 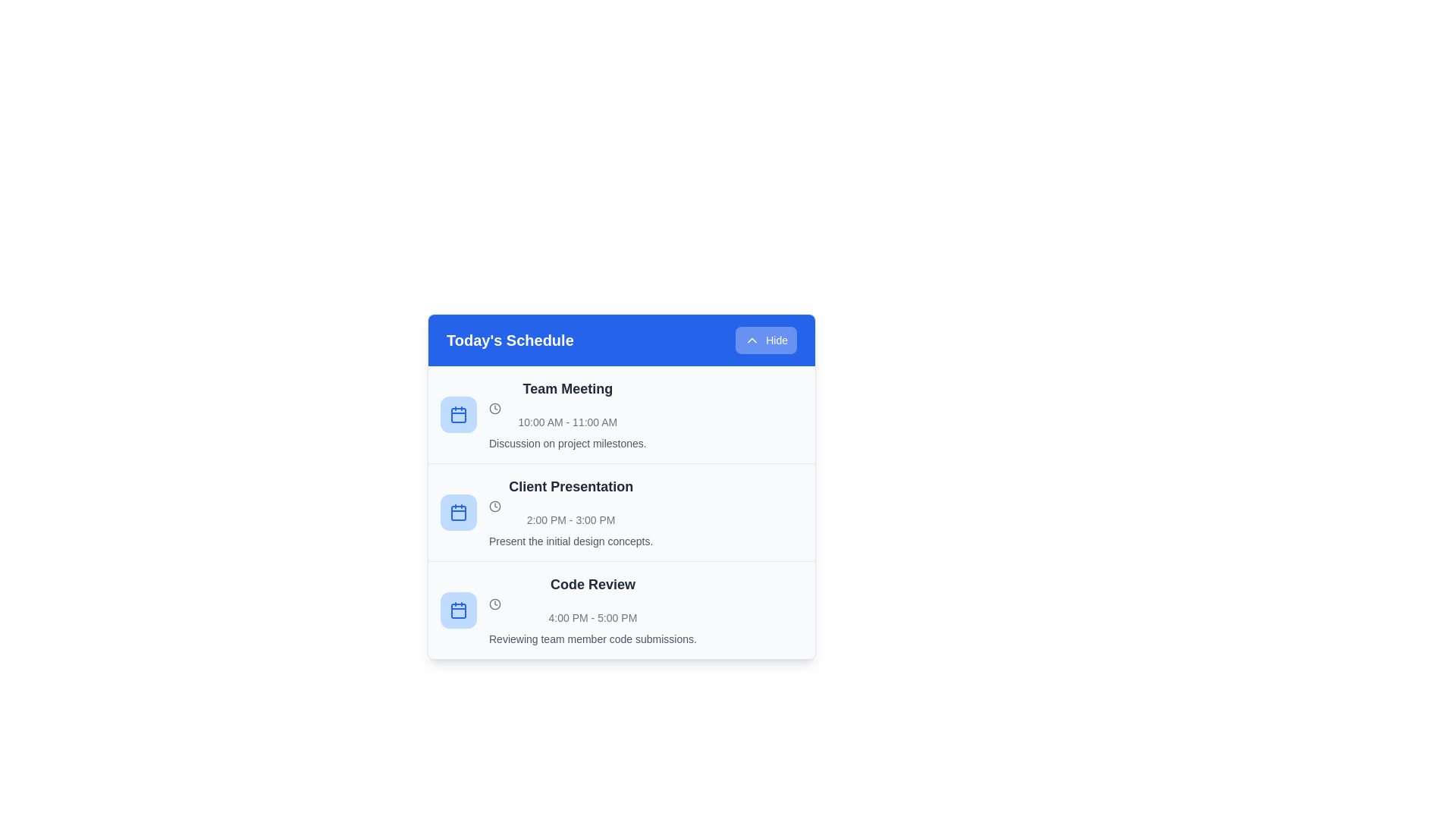 I want to click on event title from the scheduled event information displayed in the second item of the 'Today's Schedule' panel, located between 'Team Meeting' and 'Code Review', so click(x=570, y=512).